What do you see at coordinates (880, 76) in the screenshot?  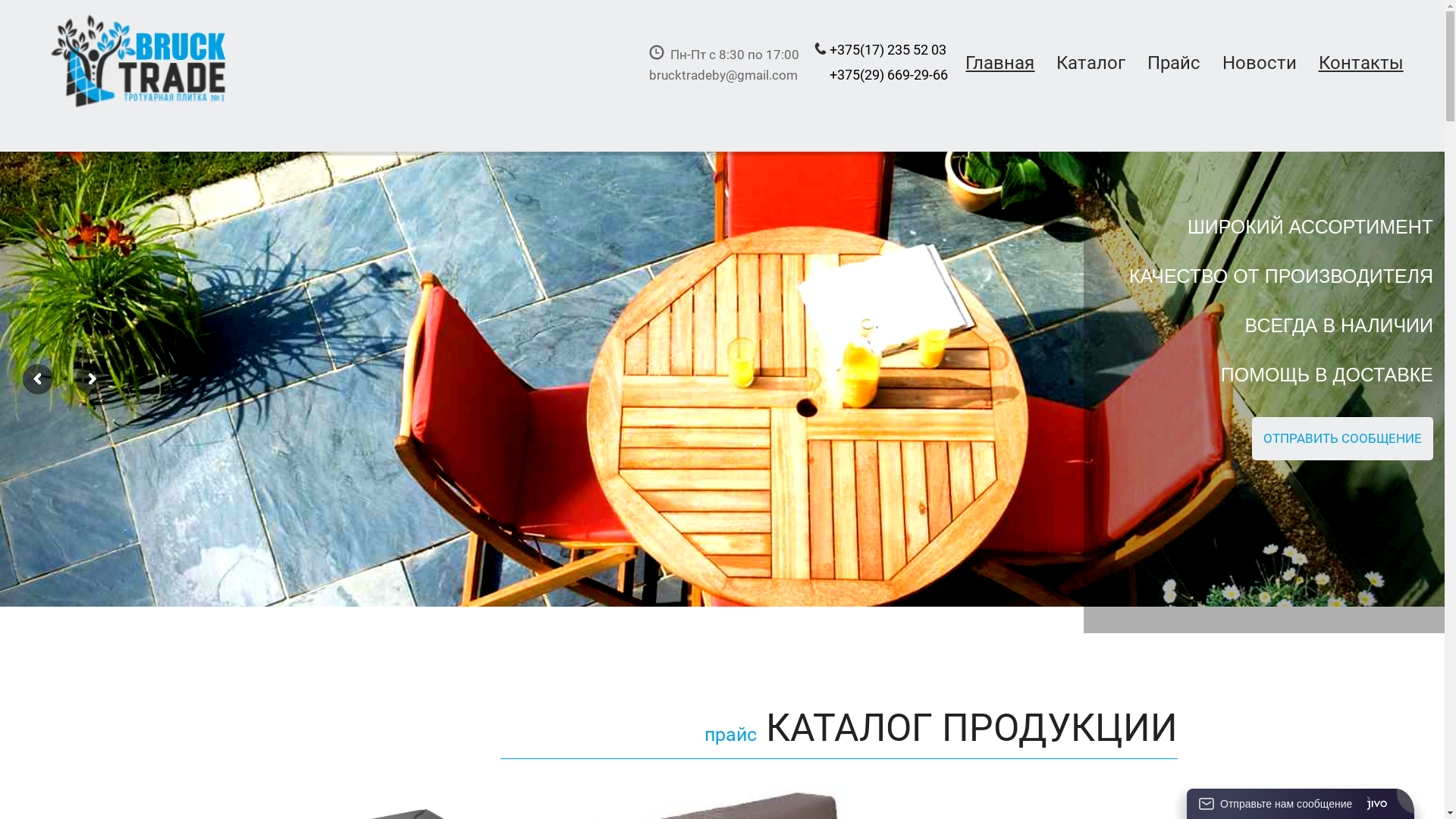 I see `'+375(17) 235 52 03` at bounding box center [880, 76].